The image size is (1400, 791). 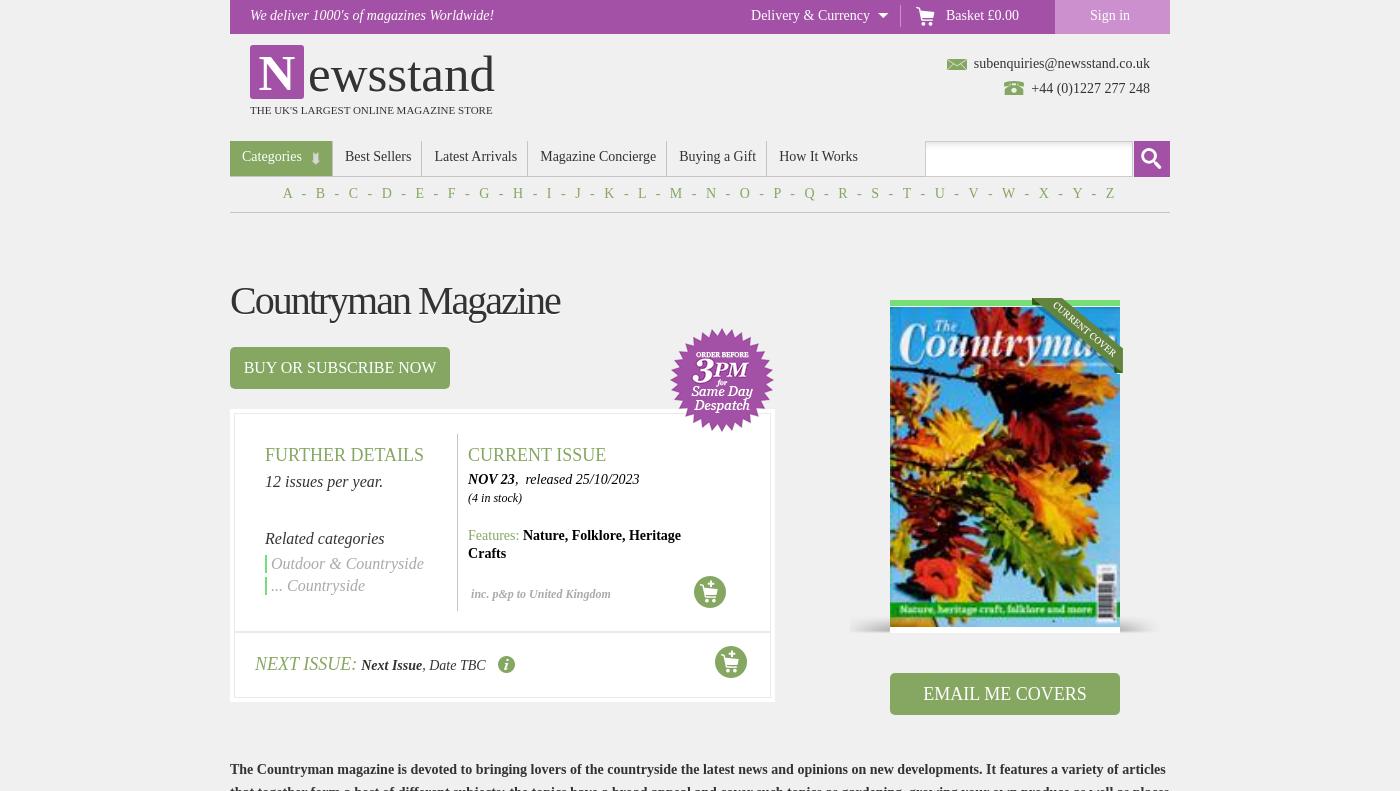 I want to click on 'Q', so click(x=810, y=193).